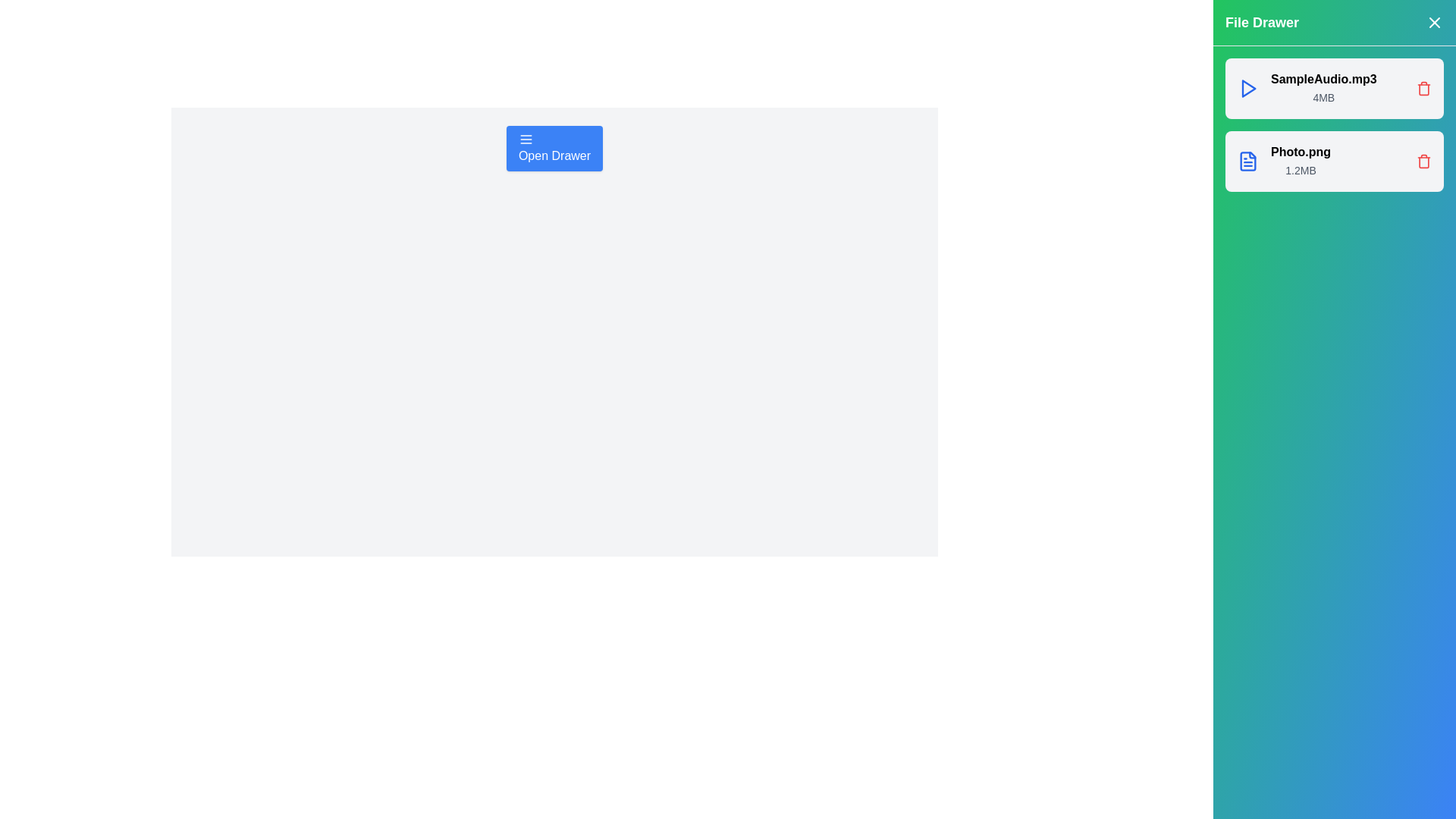 The height and width of the screenshot is (819, 1456). I want to click on the file entry for Photo.png to view its details, so click(1335, 161).